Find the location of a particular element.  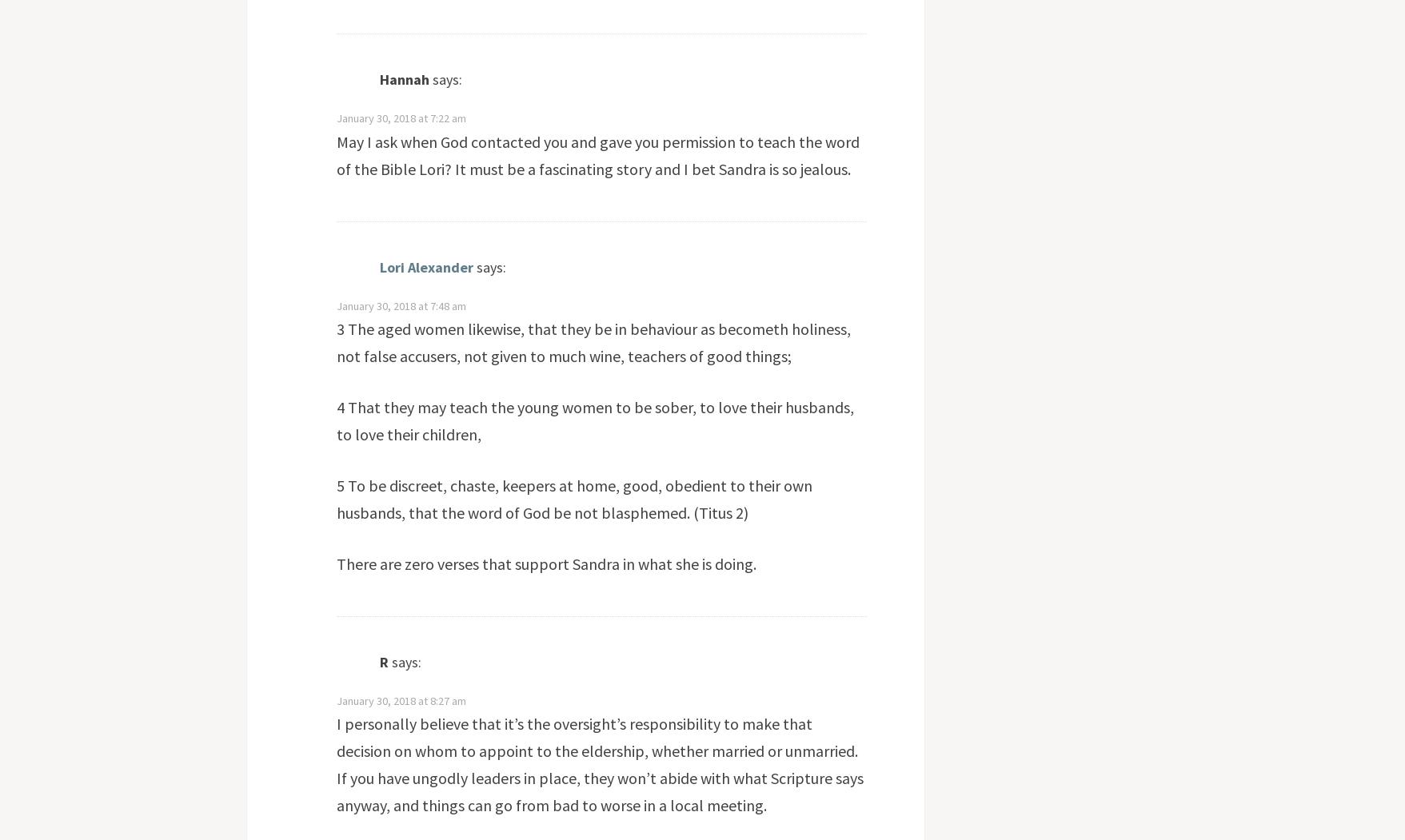

'There are zero verses that support Sandra in what she is doing.' is located at coordinates (334, 562).